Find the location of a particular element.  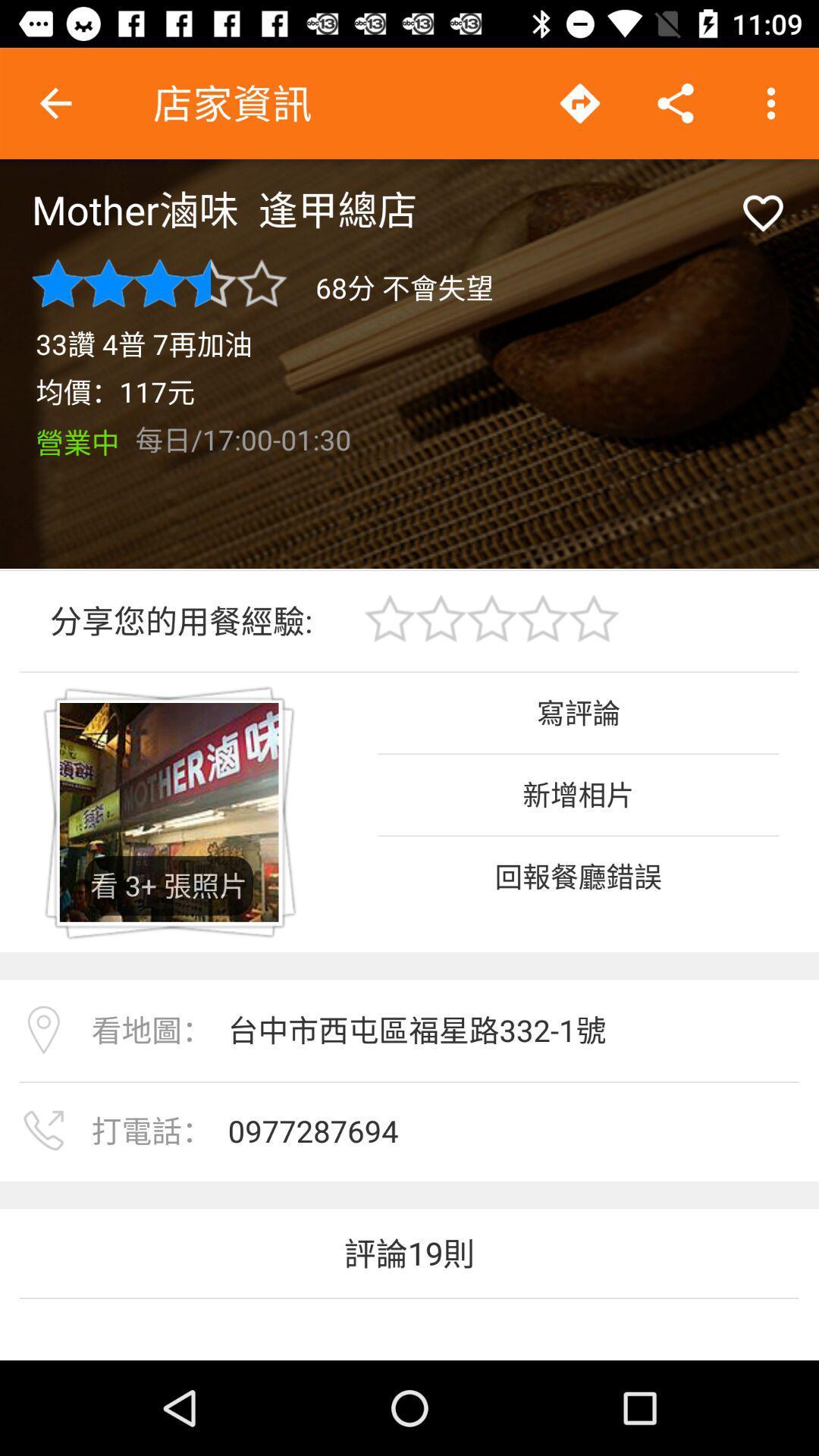

the image which is below the text is located at coordinates (169, 811).